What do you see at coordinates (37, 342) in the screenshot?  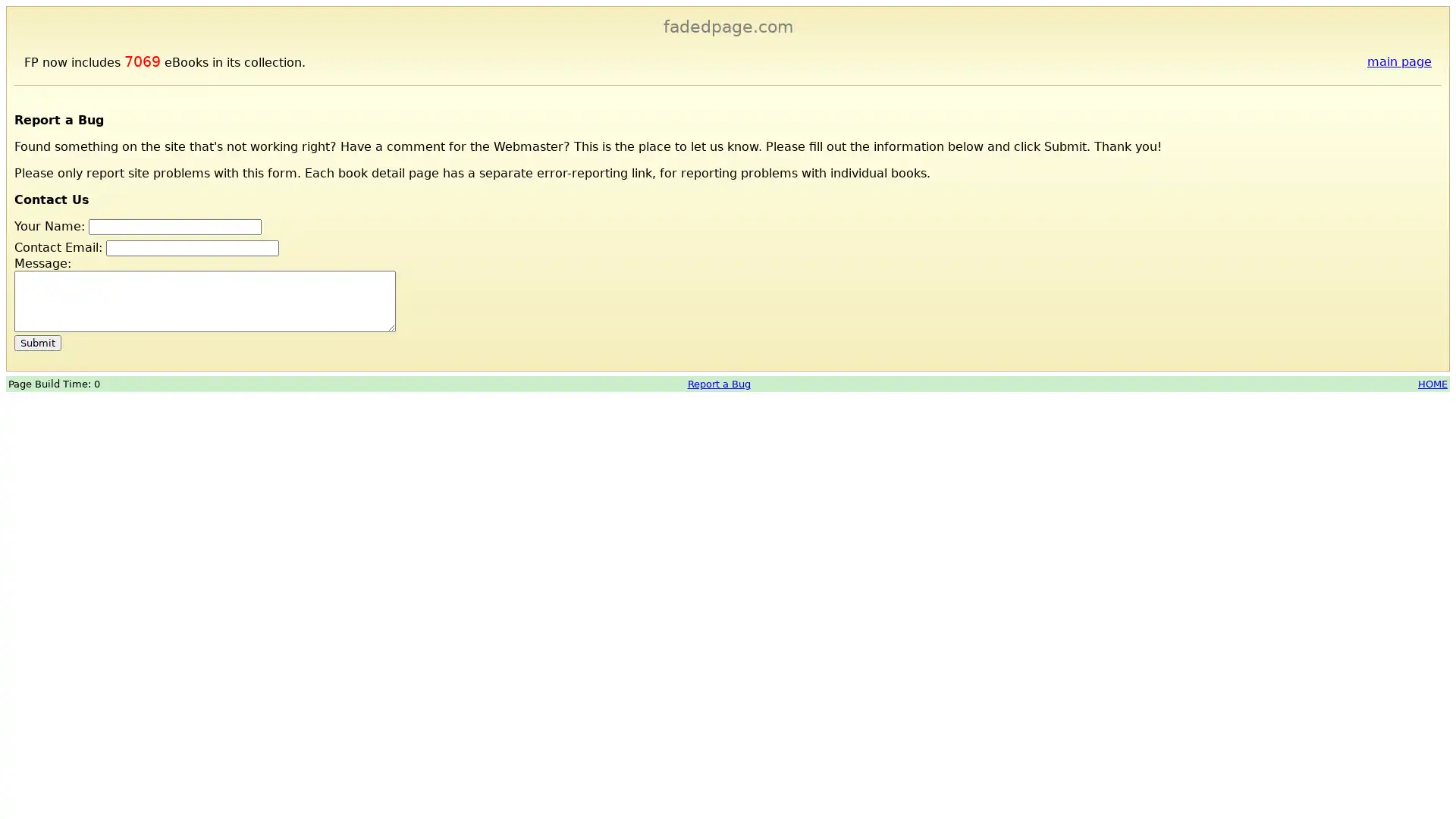 I see `Submit` at bounding box center [37, 342].